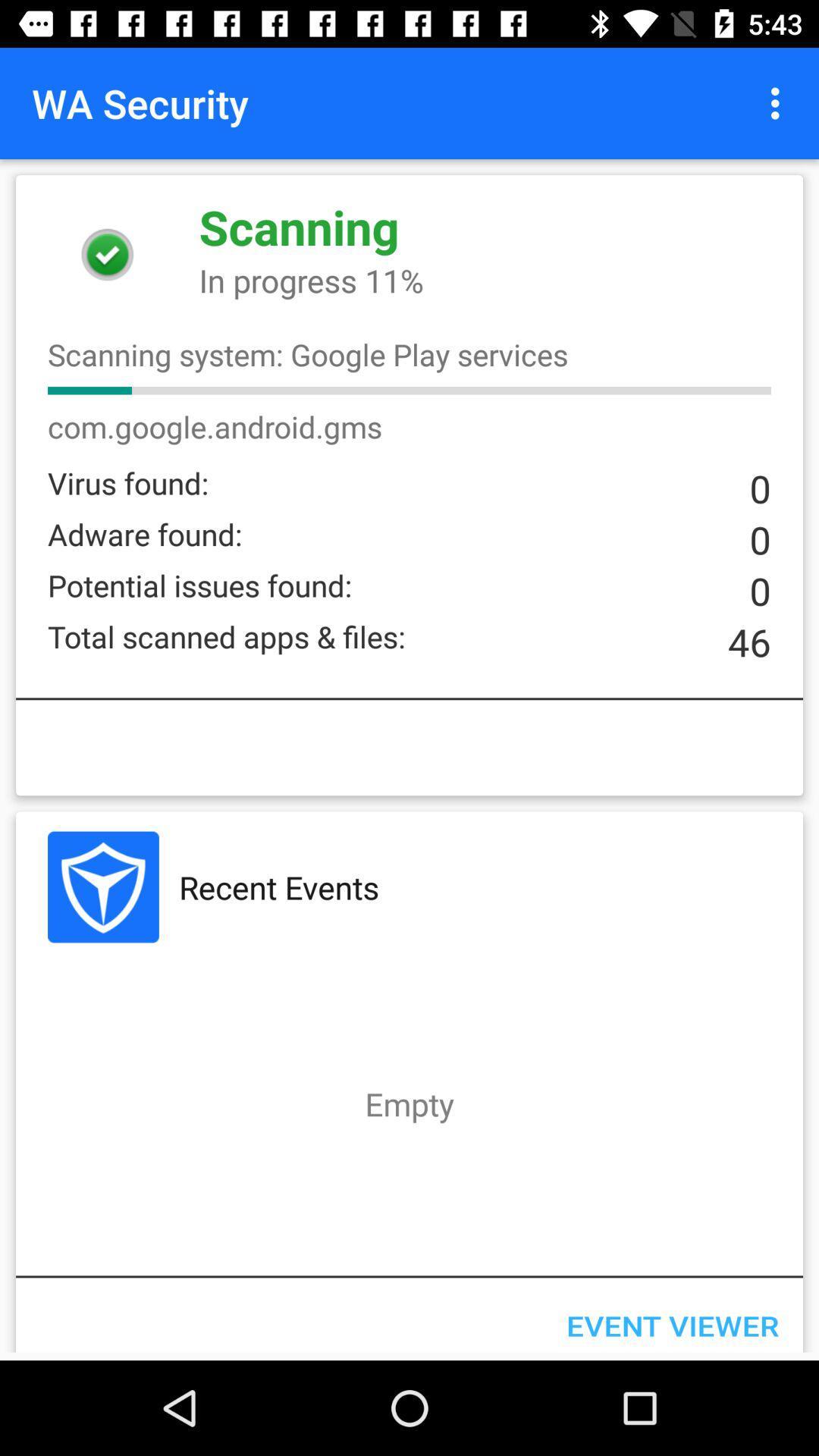  What do you see at coordinates (779, 102) in the screenshot?
I see `icon at the top right corner` at bounding box center [779, 102].